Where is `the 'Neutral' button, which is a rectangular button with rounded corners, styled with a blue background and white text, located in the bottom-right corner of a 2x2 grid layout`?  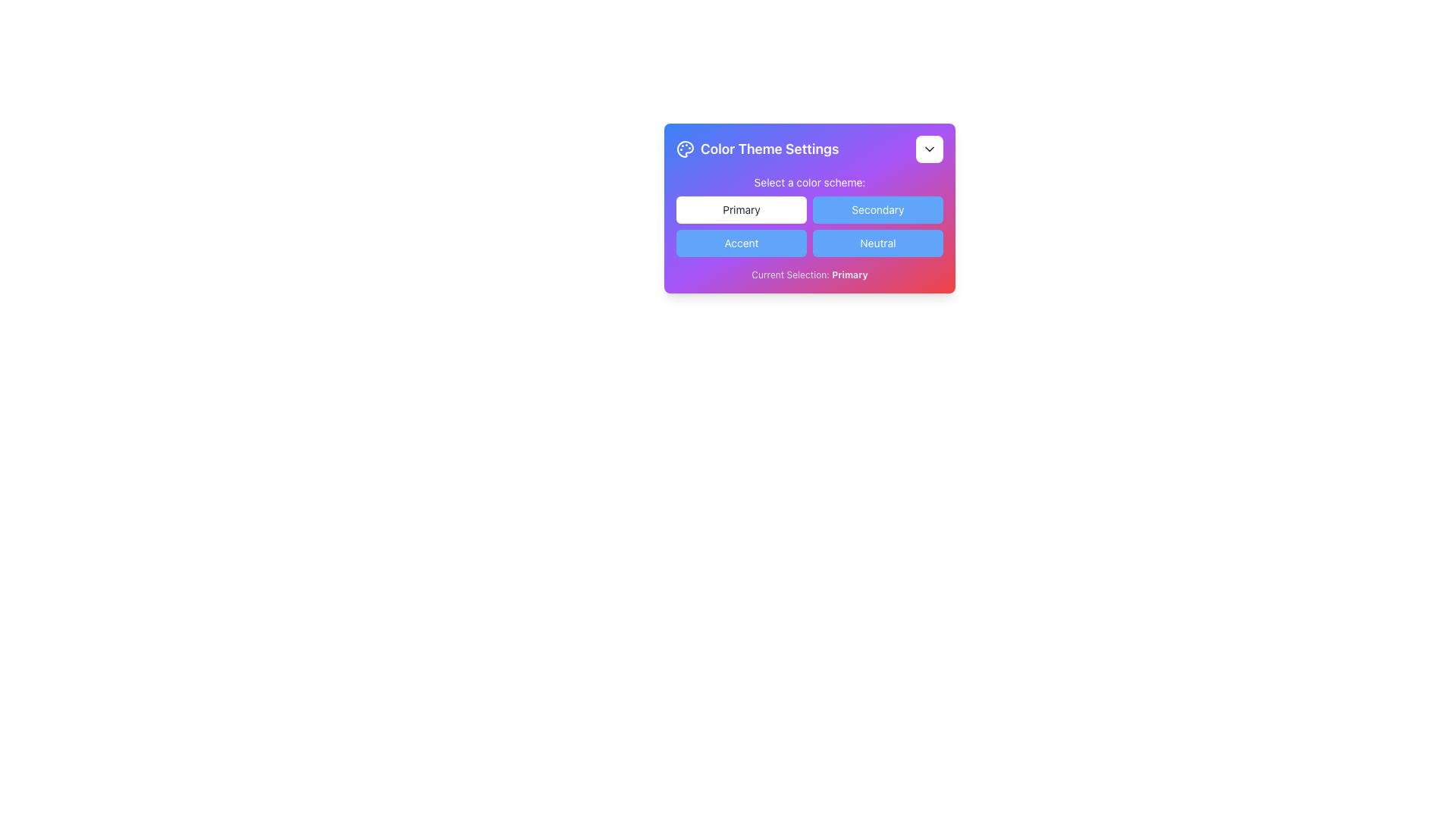
the 'Neutral' button, which is a rectangular button with rounded corners, styled with a blue background and white text, located in the bottom-right corner of a 2x2 grid layout is located at coordinates (877, 242).